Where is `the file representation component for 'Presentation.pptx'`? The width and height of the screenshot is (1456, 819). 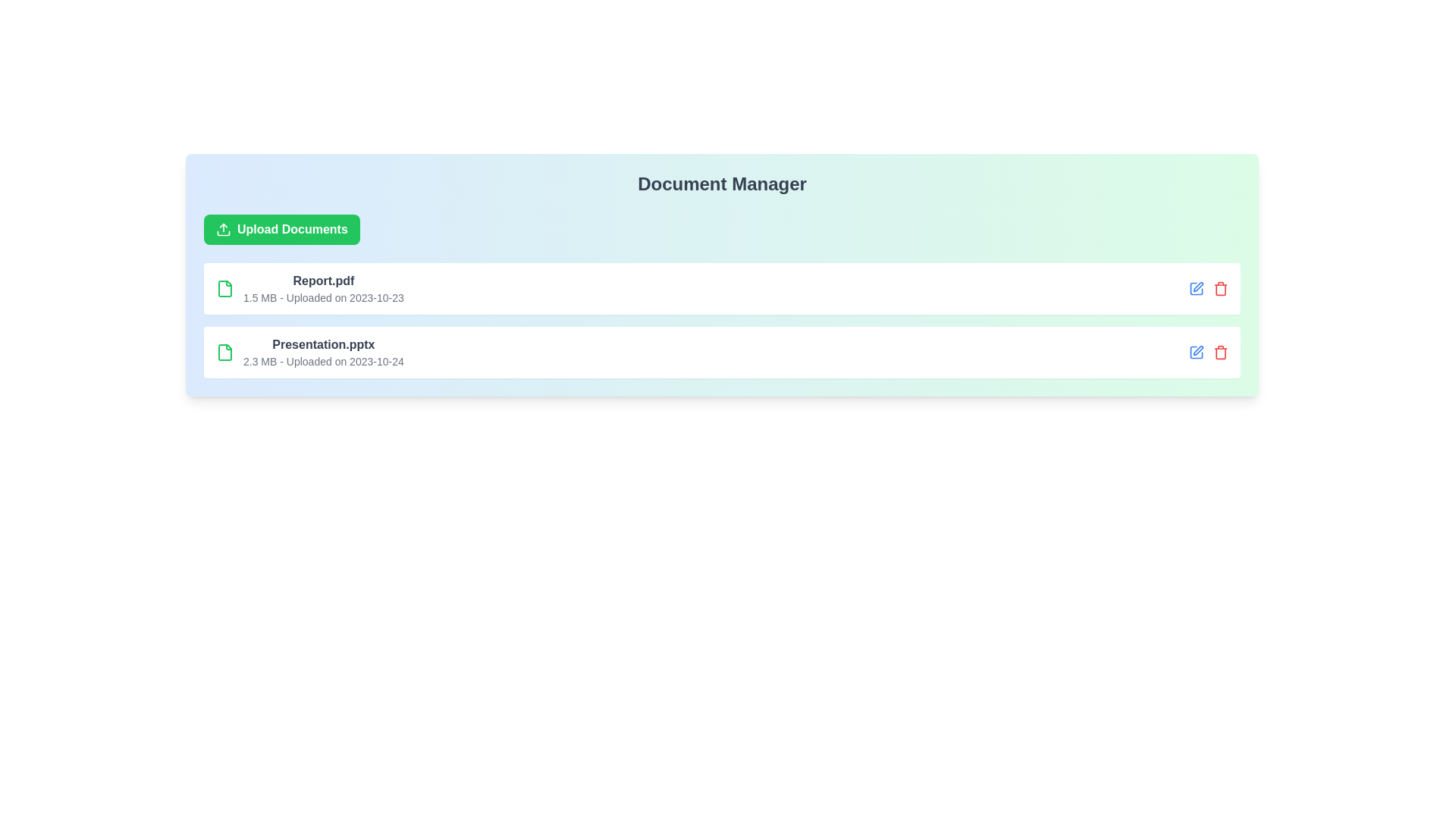
the file representation component for 'Presentation.pptx' is located at coordinates (309, 353).